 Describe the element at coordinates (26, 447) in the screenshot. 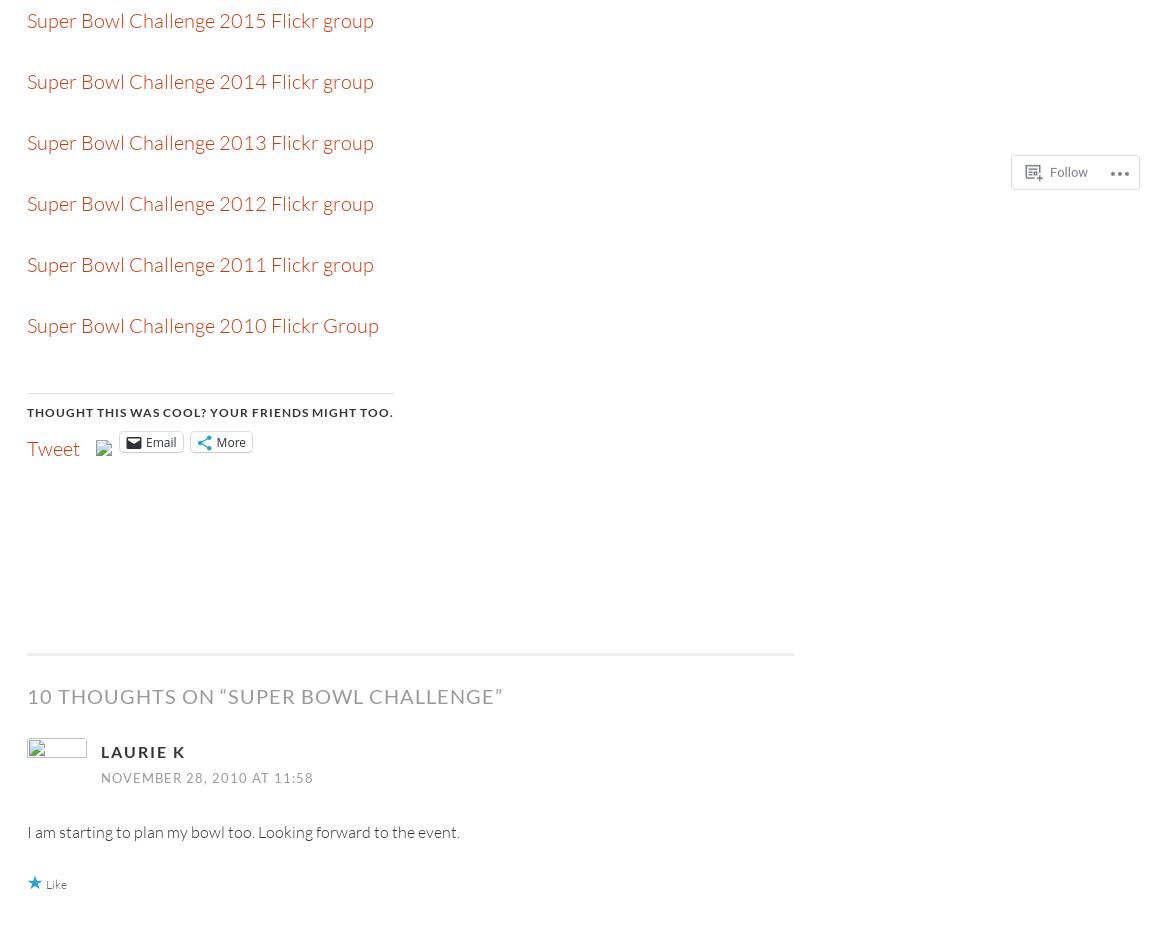

I see `'Tweet'` at that location.